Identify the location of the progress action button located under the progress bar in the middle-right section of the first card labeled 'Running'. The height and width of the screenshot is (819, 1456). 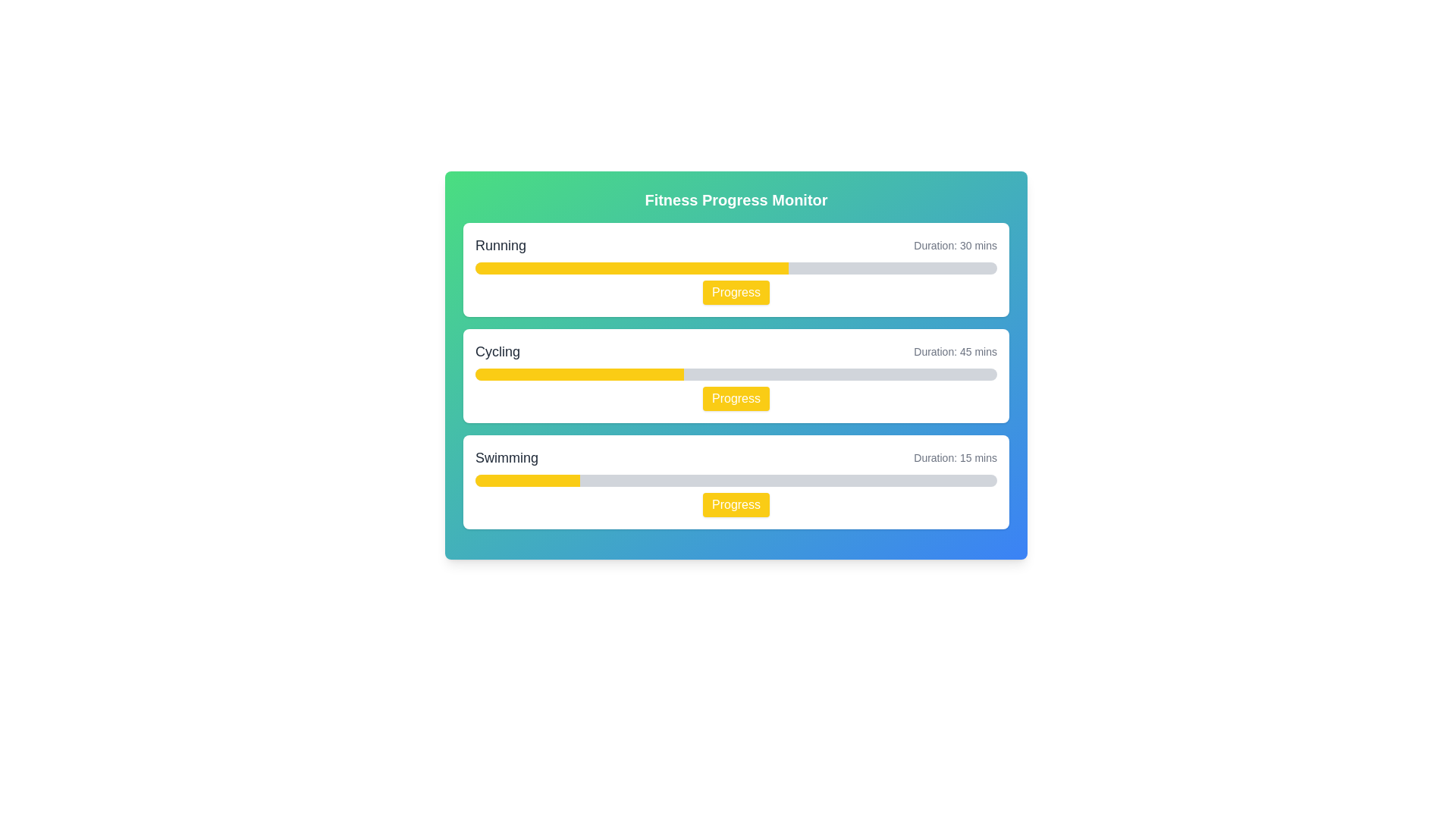
(736, 292).